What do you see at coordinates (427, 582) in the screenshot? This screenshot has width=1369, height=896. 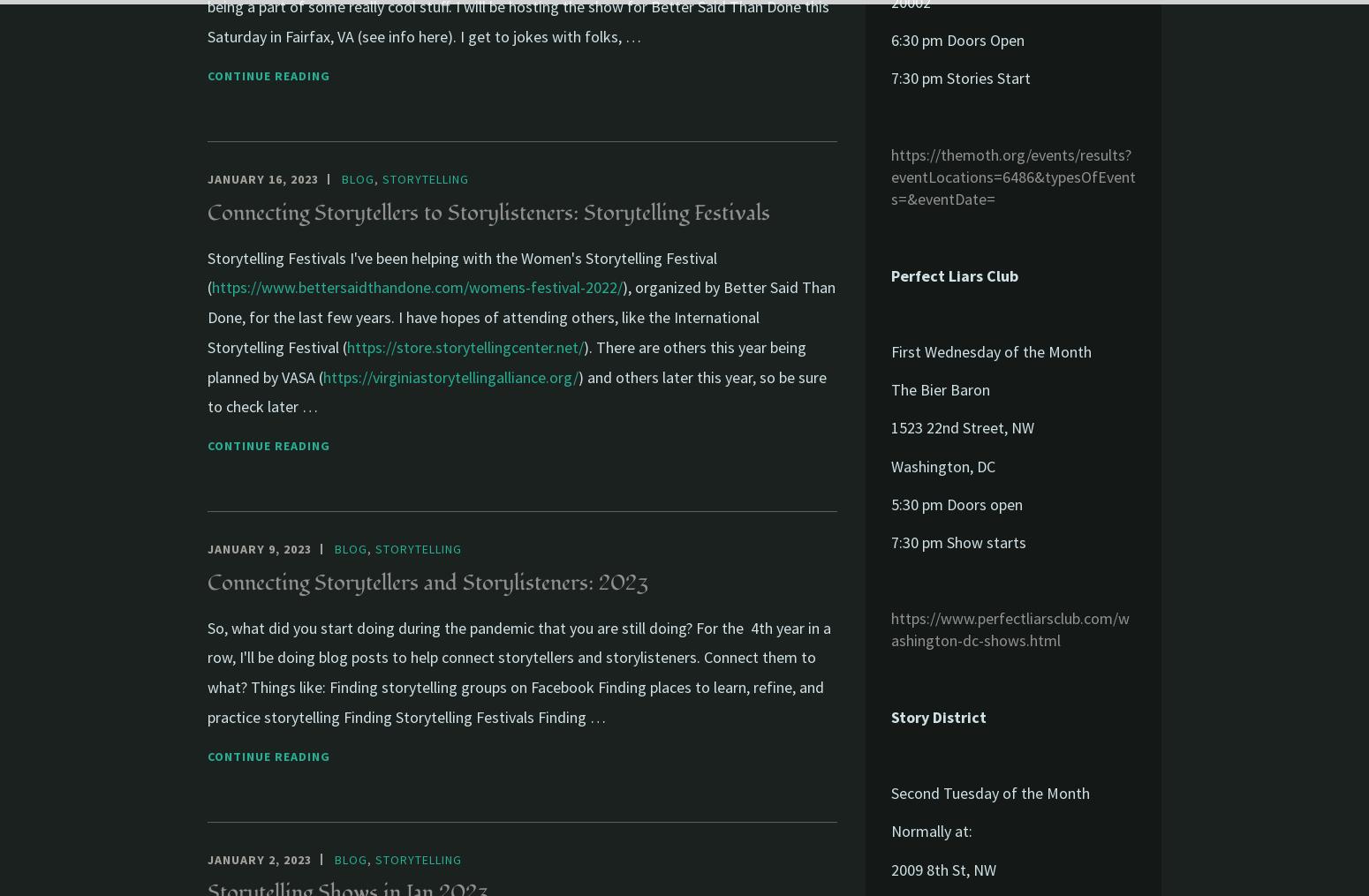 I see `'Connecting Storytellers and Storylisteners: 2023'` at bounding box center [427, 582].